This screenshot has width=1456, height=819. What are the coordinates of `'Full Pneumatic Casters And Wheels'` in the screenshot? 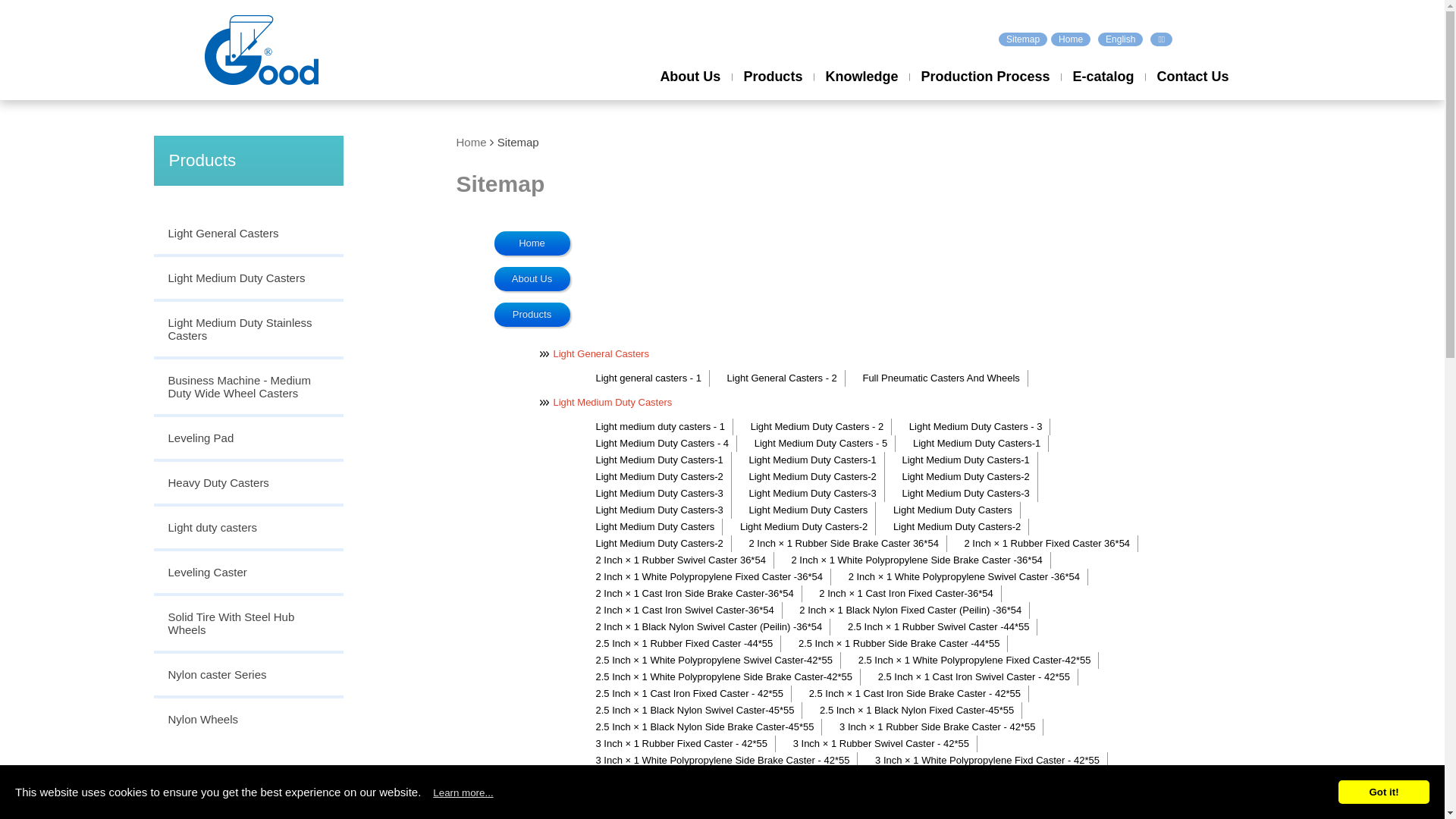 It's located at (938, 377).